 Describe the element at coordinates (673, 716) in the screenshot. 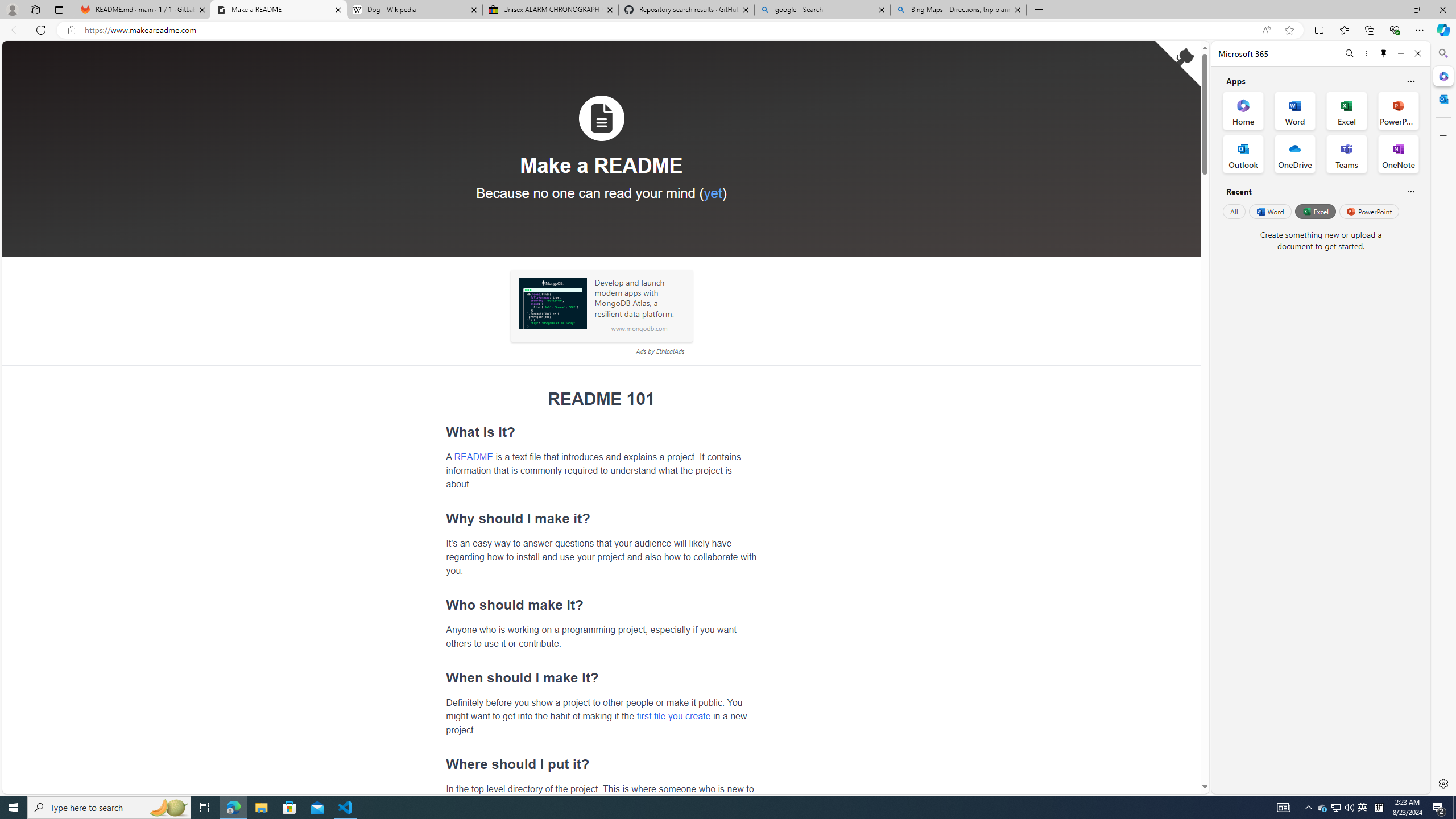

I see `'first file you create'` at that location.